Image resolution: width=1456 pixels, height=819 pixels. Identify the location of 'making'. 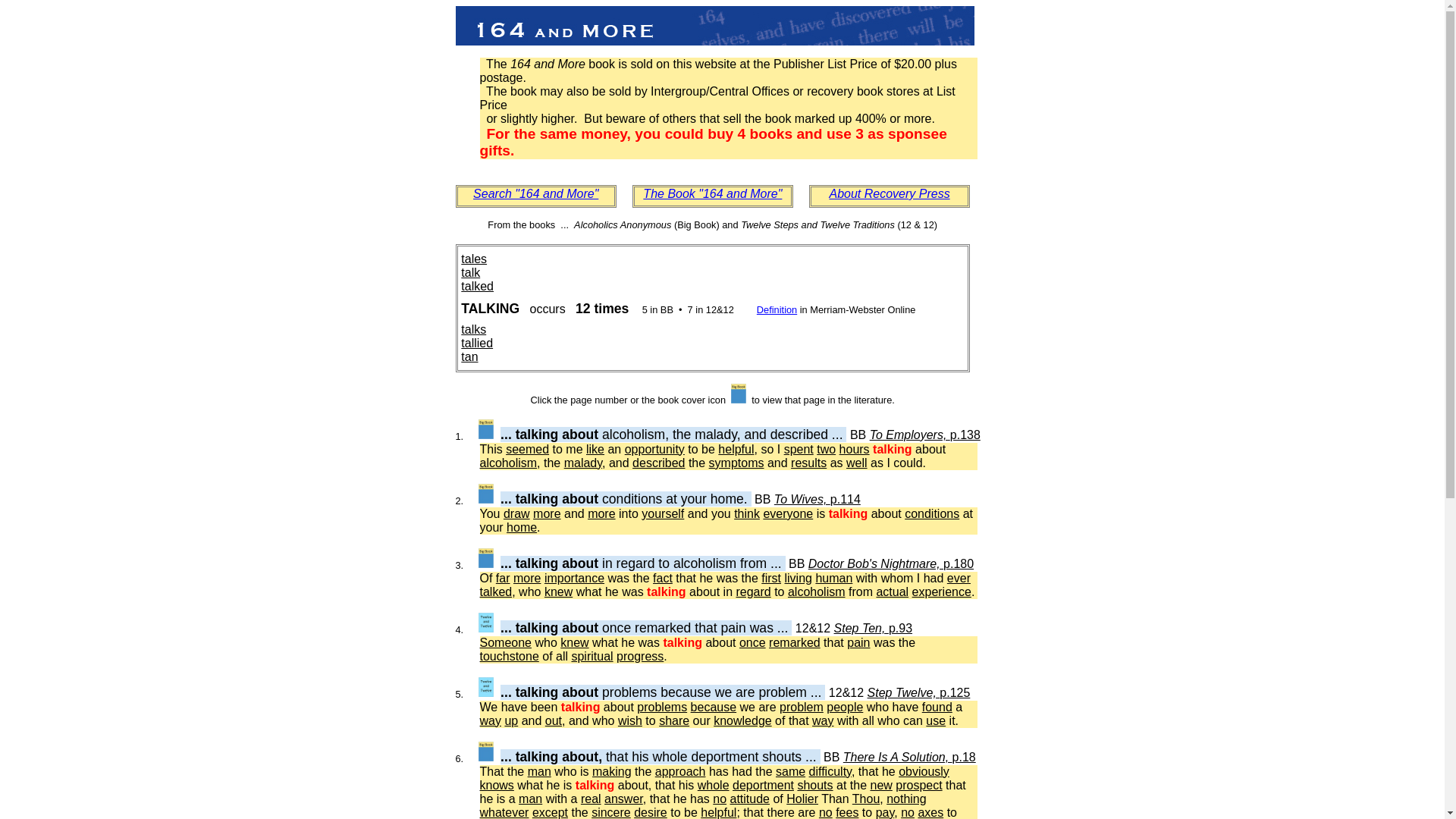
(611, 771).